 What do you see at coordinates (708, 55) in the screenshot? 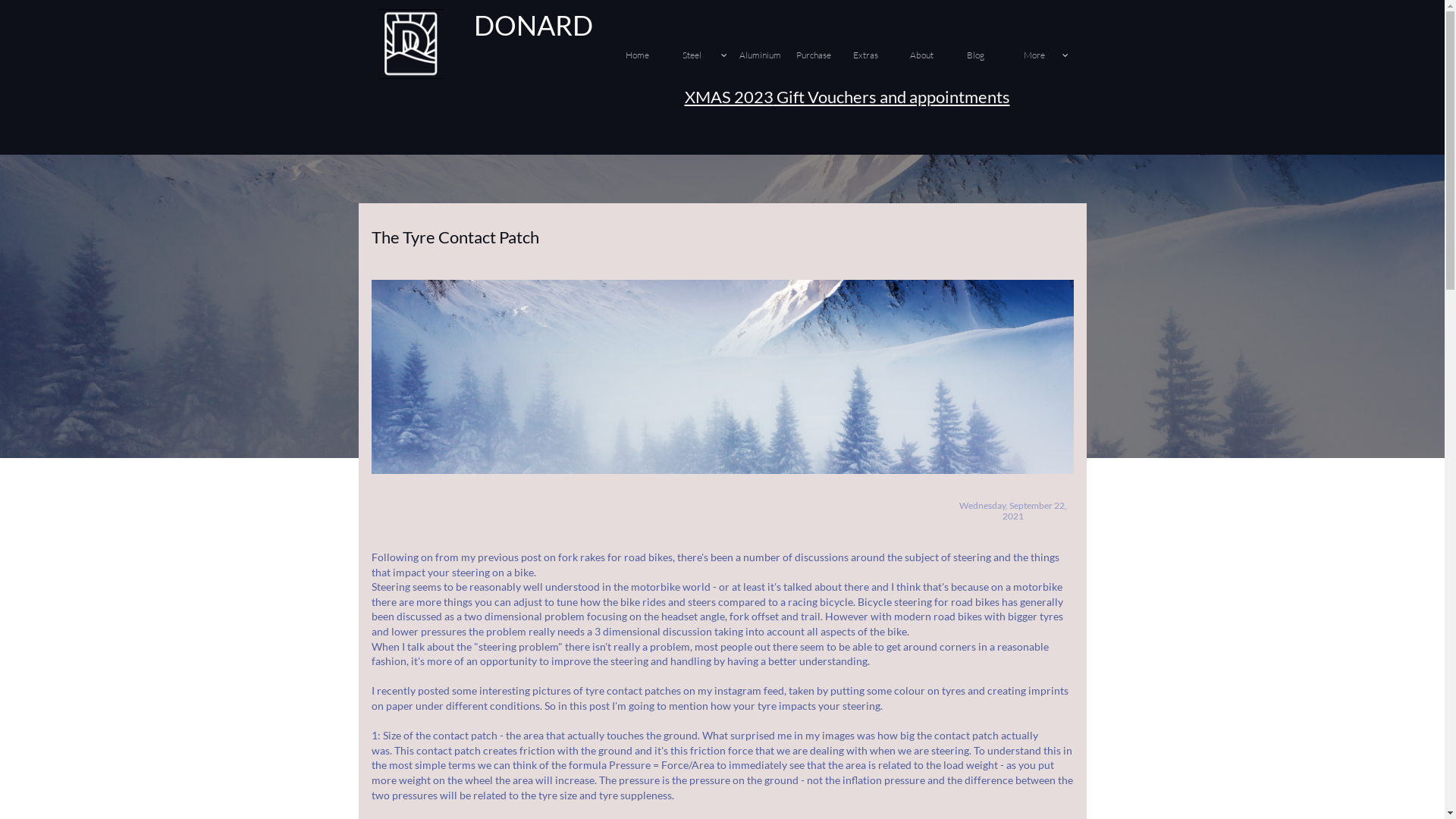
I see `'Steel'` at bounding box center [708, 55].